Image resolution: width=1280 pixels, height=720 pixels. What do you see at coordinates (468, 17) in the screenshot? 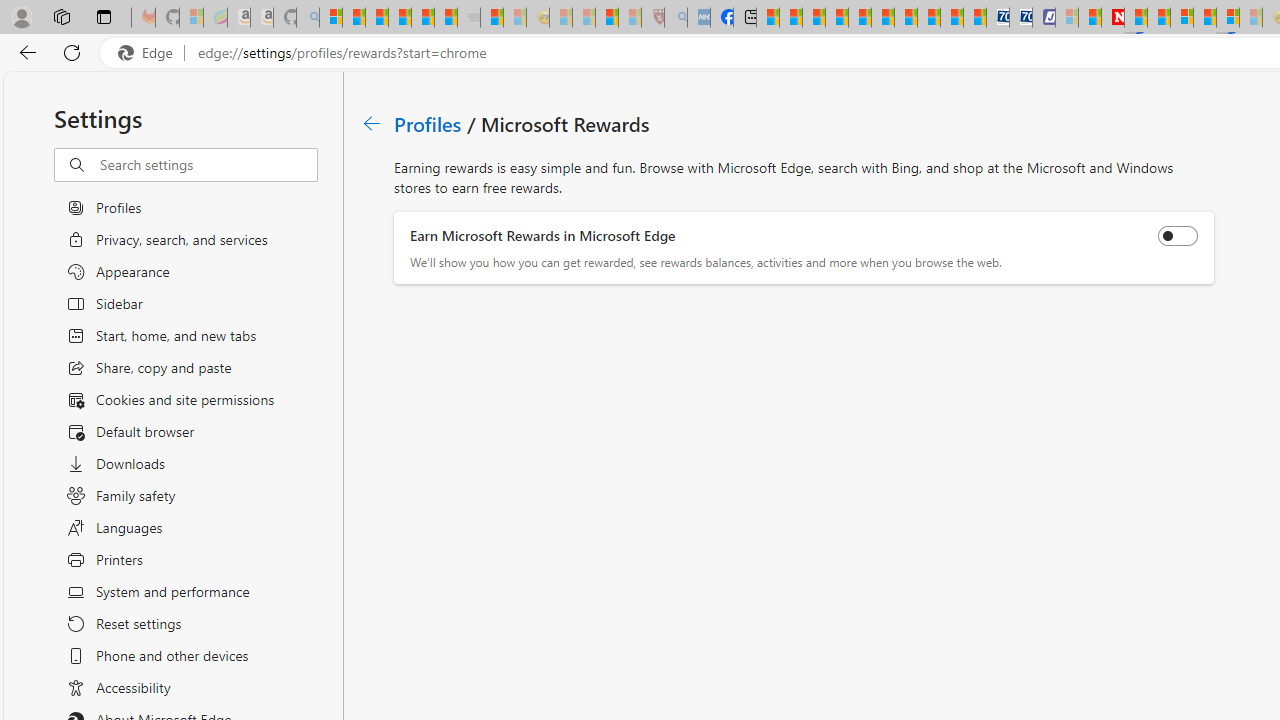
I see `'Combat Siege - Sleeping'` at bounding box center [468, 17].